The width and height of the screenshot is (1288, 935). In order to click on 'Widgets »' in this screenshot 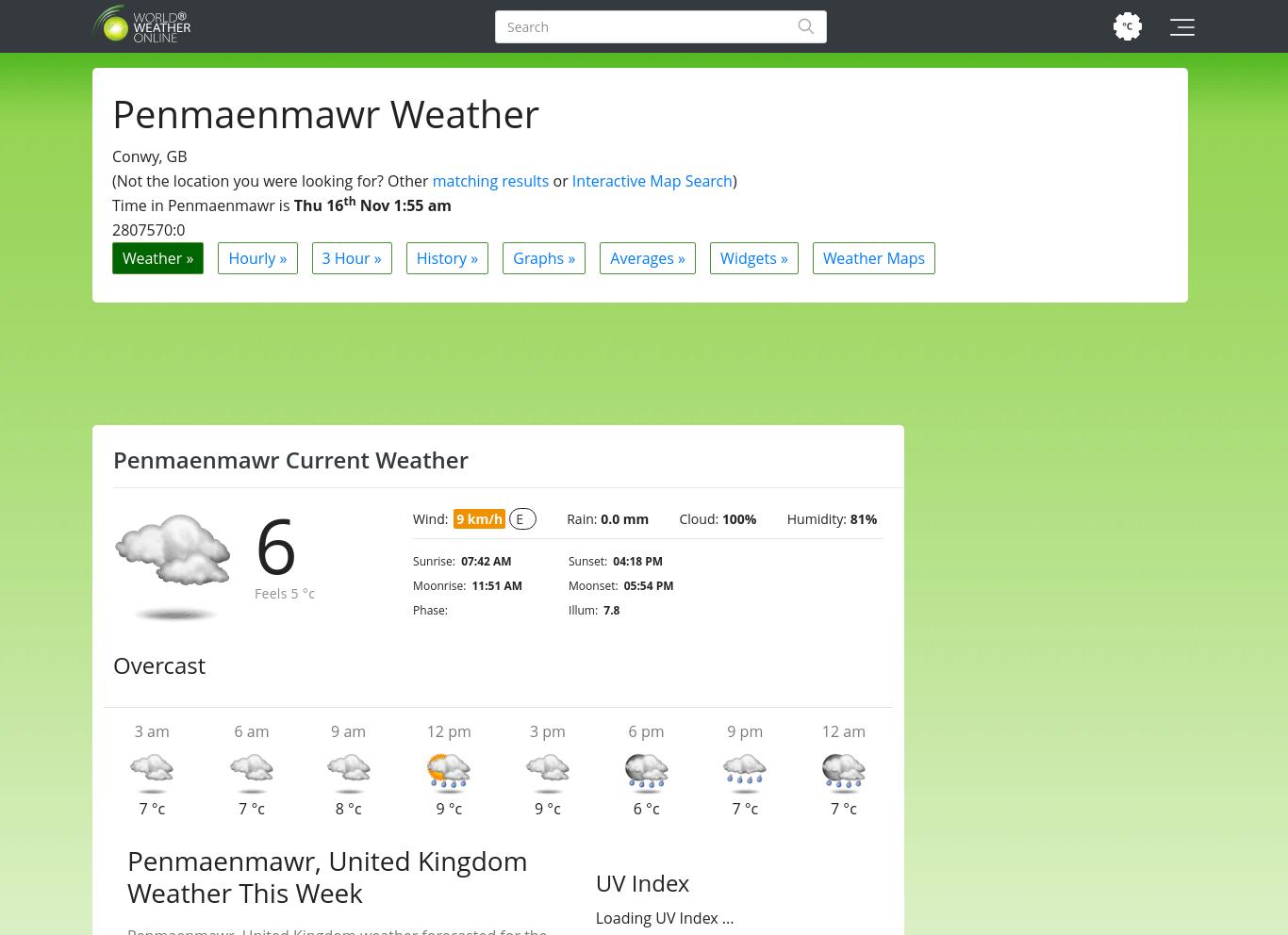, I will do `click(752, 256)`.